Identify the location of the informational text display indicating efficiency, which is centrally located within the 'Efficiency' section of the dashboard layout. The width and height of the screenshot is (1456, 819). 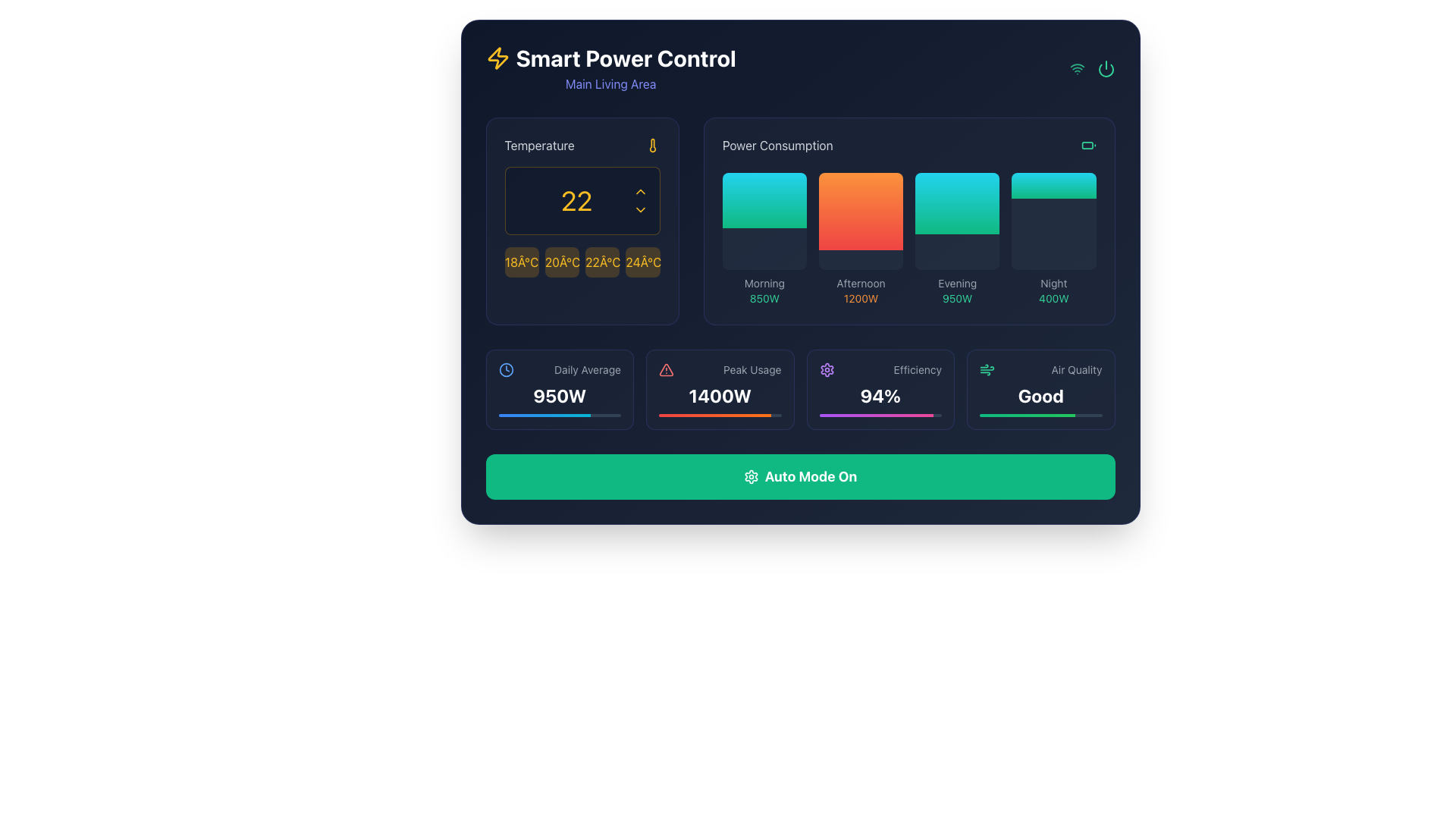
(880, 394).